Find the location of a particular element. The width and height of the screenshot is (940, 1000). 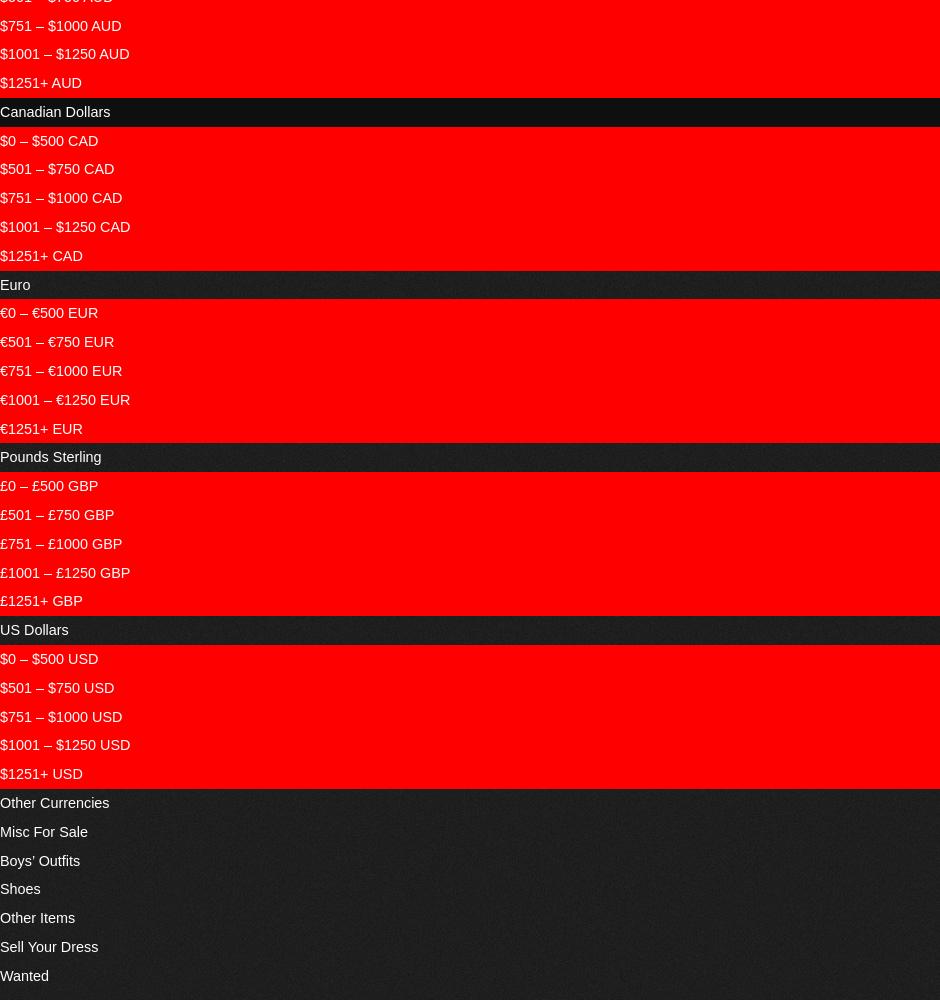

'Gallery' is located at coordinates (462, 44).